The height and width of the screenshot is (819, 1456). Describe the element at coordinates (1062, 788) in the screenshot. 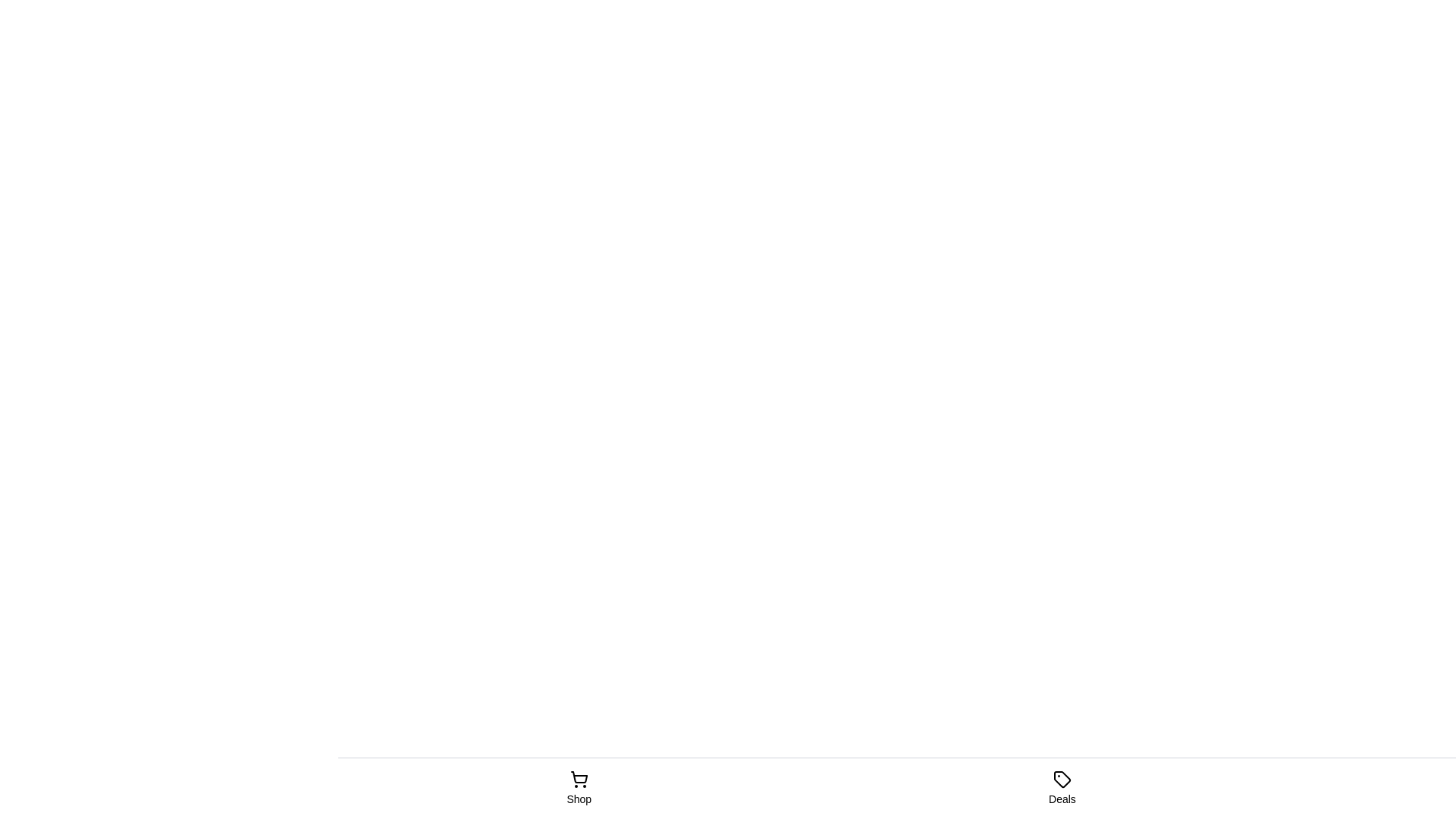

I see `the tab icon labeled Deals to observe feedback` at that location.